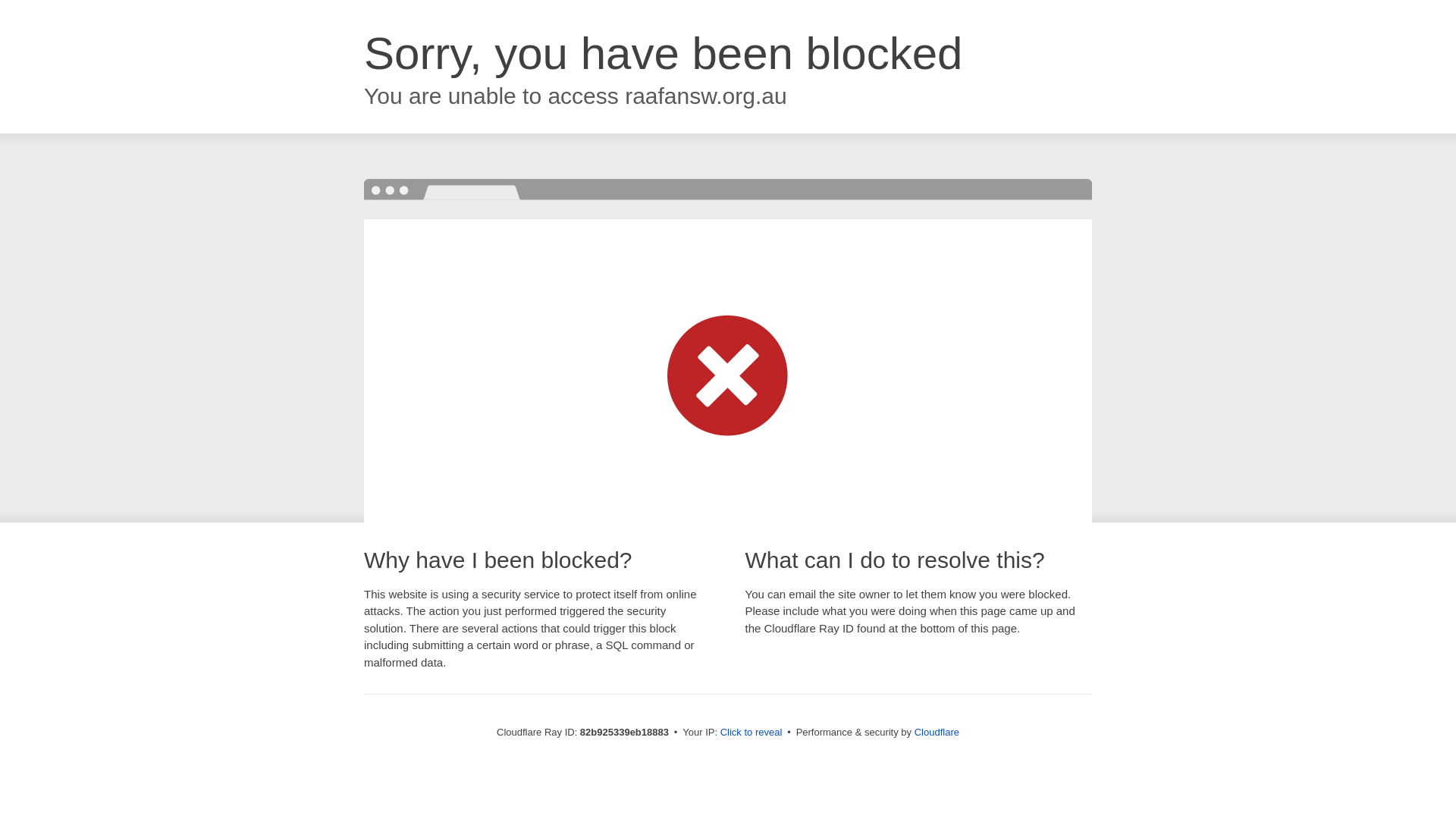  I want to click on 'Click to reveal', so click(751, 731).